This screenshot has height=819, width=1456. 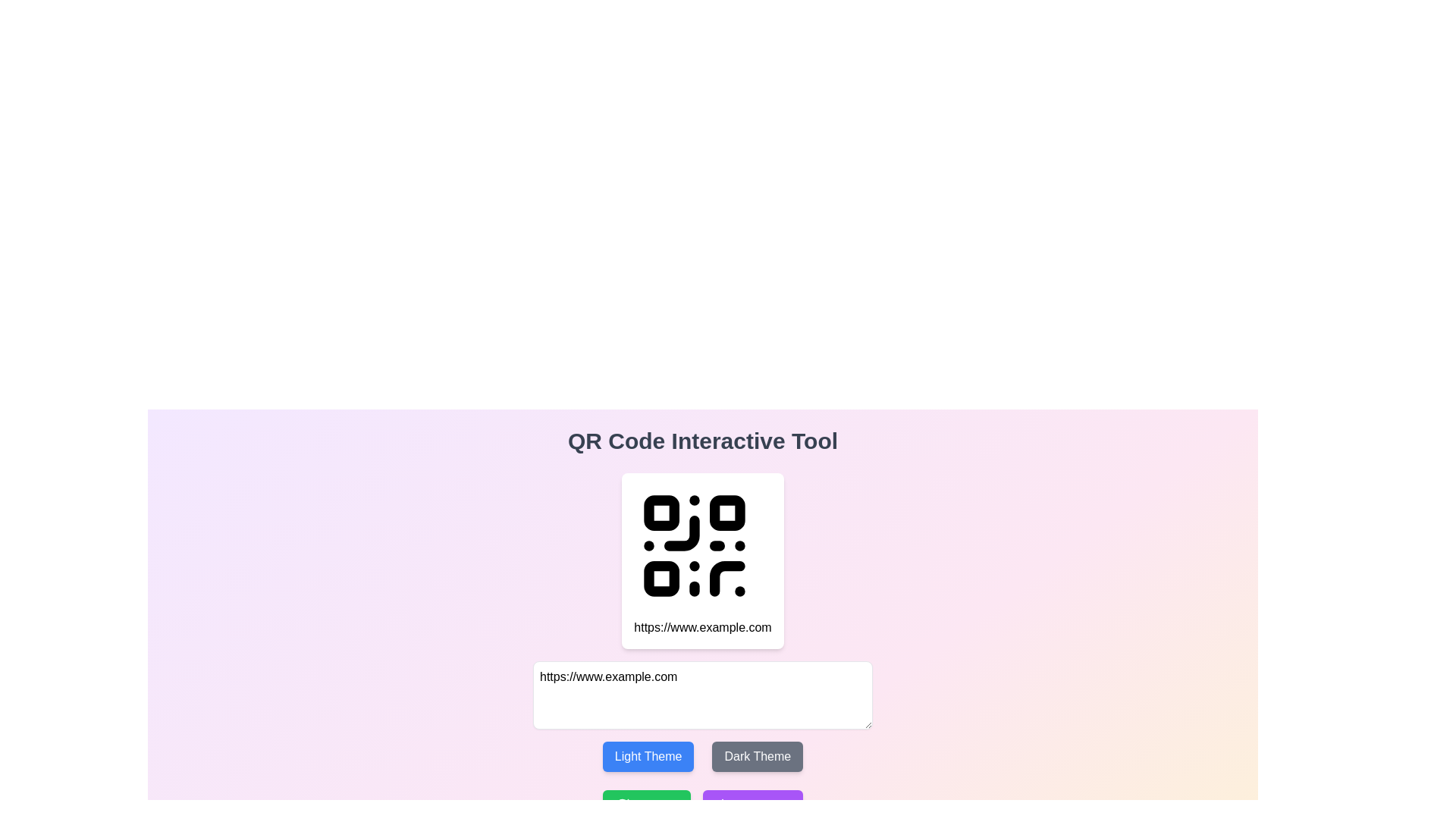 What do you see at coordinates (648, 757) in the screenshot?
I see `the 'Light Theme' button, which is a blue button with rounded corners and white text, located below a text input field` at bounding box center [648, 757].